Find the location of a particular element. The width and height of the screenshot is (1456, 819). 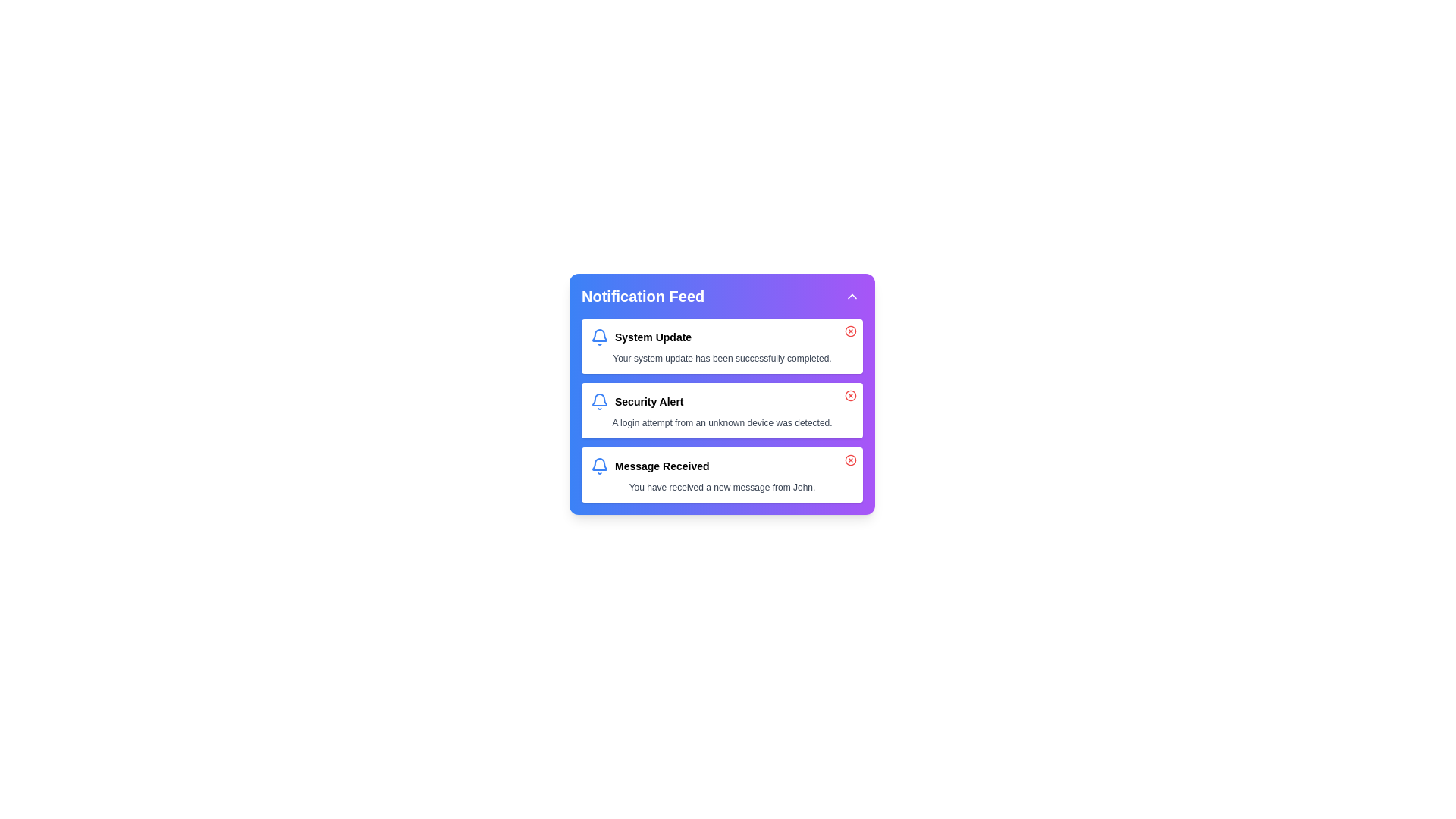

the 'System Update' text label with a blue bell icon is located at coordinates (721, 336).